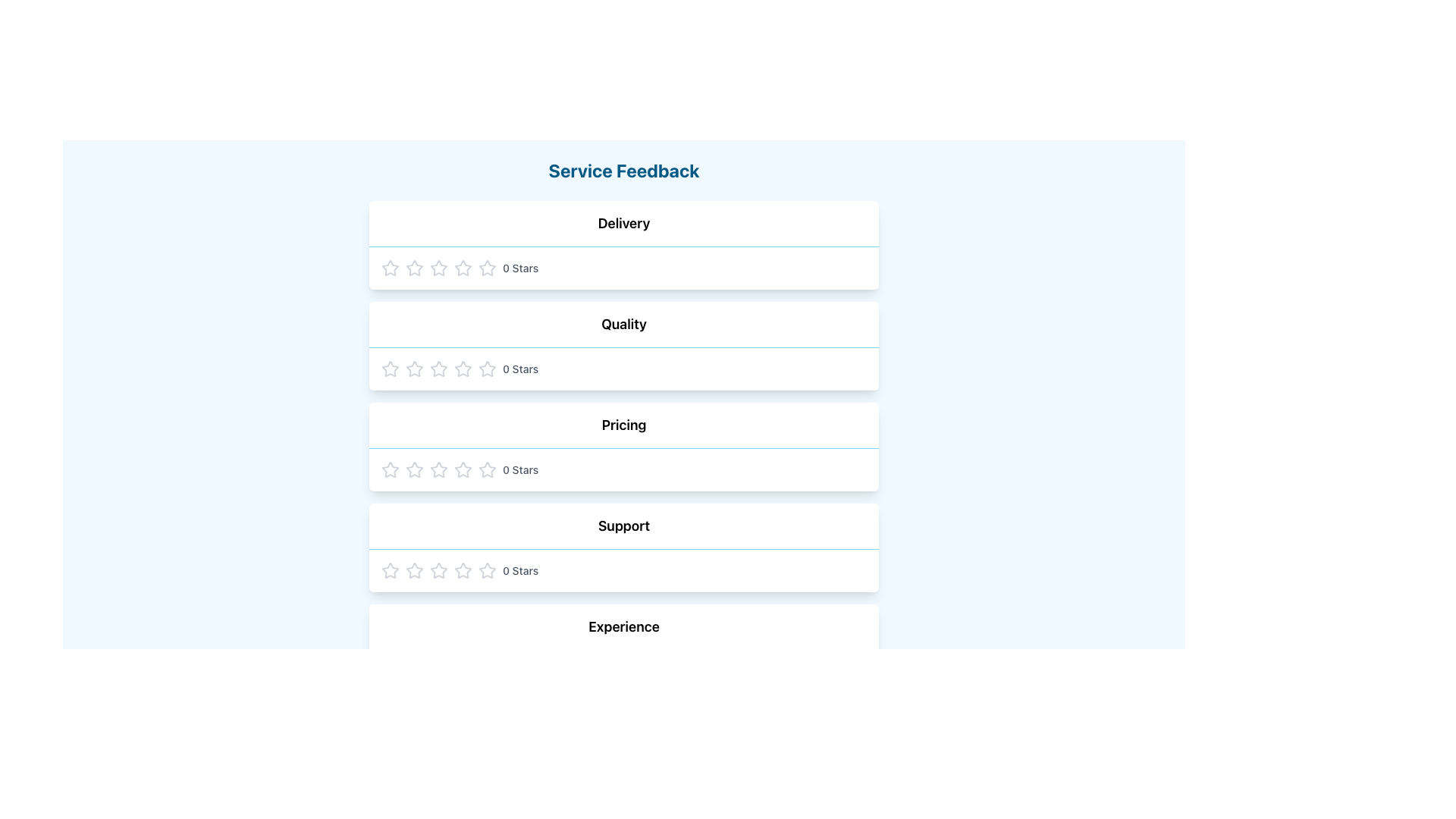 The image size is (1456, 819). Describe the element at coordinates (438, 369) in the screenshot. I see `the fifth star icon in the 'Quality' feedback section` at that location.